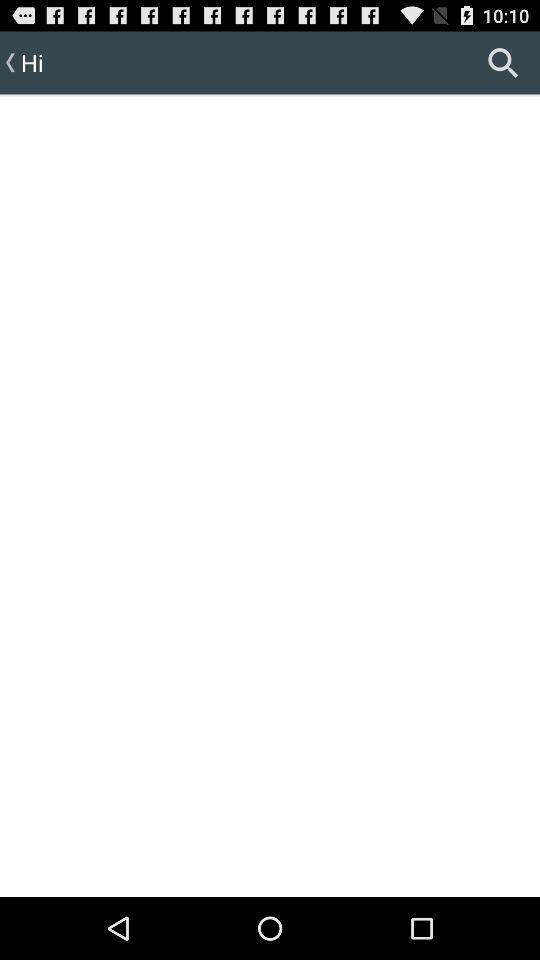 The image size is (540, 960). Describe the element at coordinates (502, 62) in the screenshot. I see `the item to the right of hi icon` at that location.